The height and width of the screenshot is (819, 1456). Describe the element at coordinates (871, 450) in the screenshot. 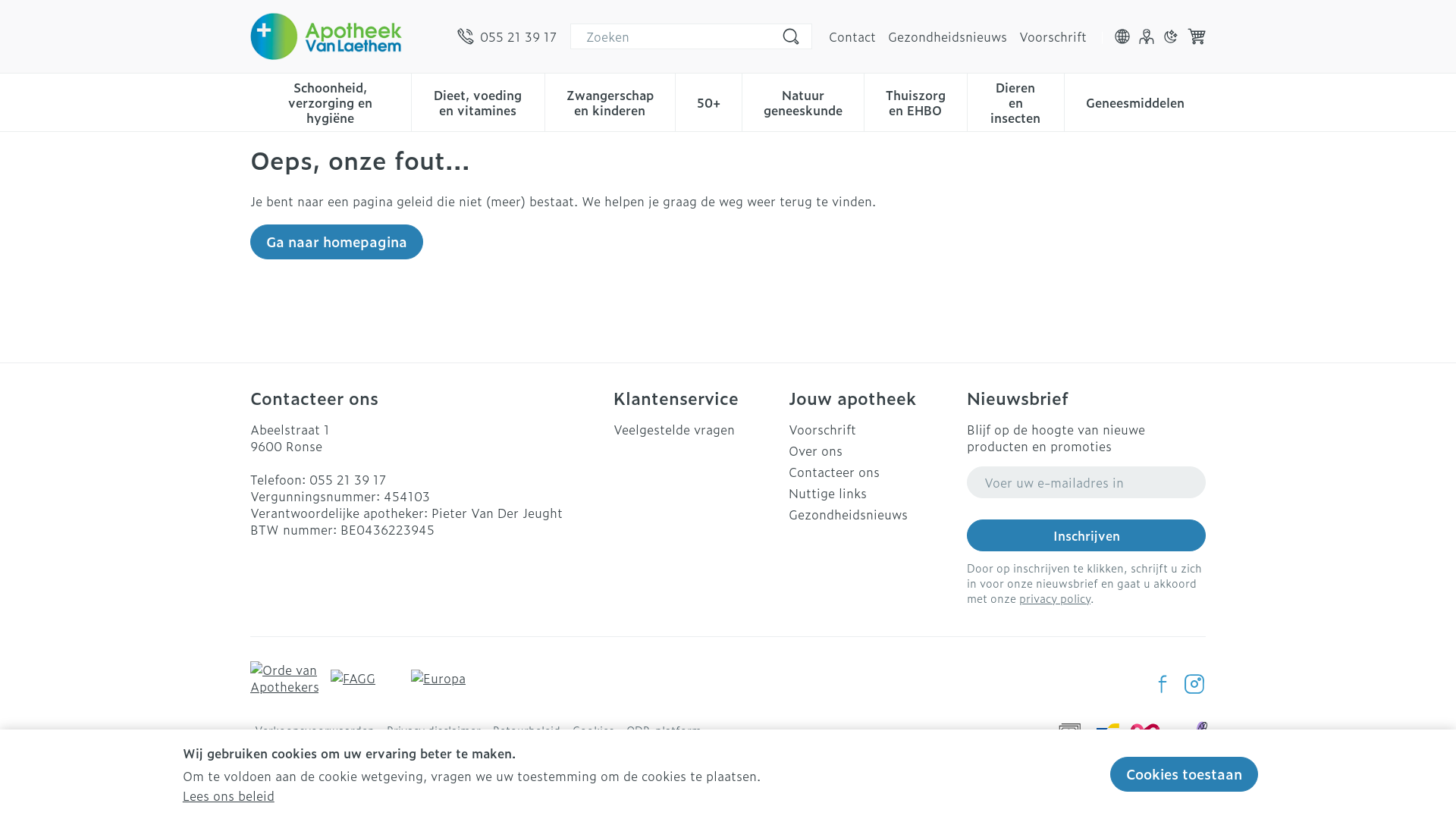

I see `'Over ons'` at that location.